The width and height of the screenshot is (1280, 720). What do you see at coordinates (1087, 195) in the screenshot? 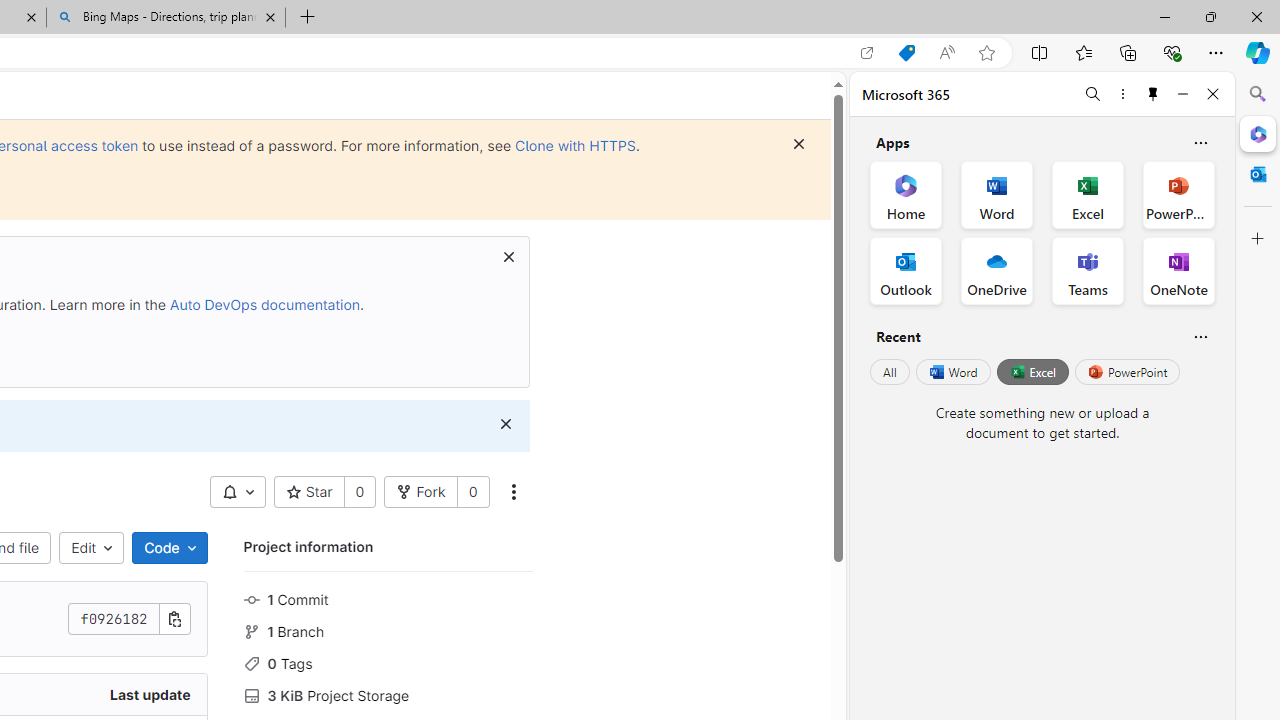
I see `'Excel Office App'` at bounding box center [1087, 195].